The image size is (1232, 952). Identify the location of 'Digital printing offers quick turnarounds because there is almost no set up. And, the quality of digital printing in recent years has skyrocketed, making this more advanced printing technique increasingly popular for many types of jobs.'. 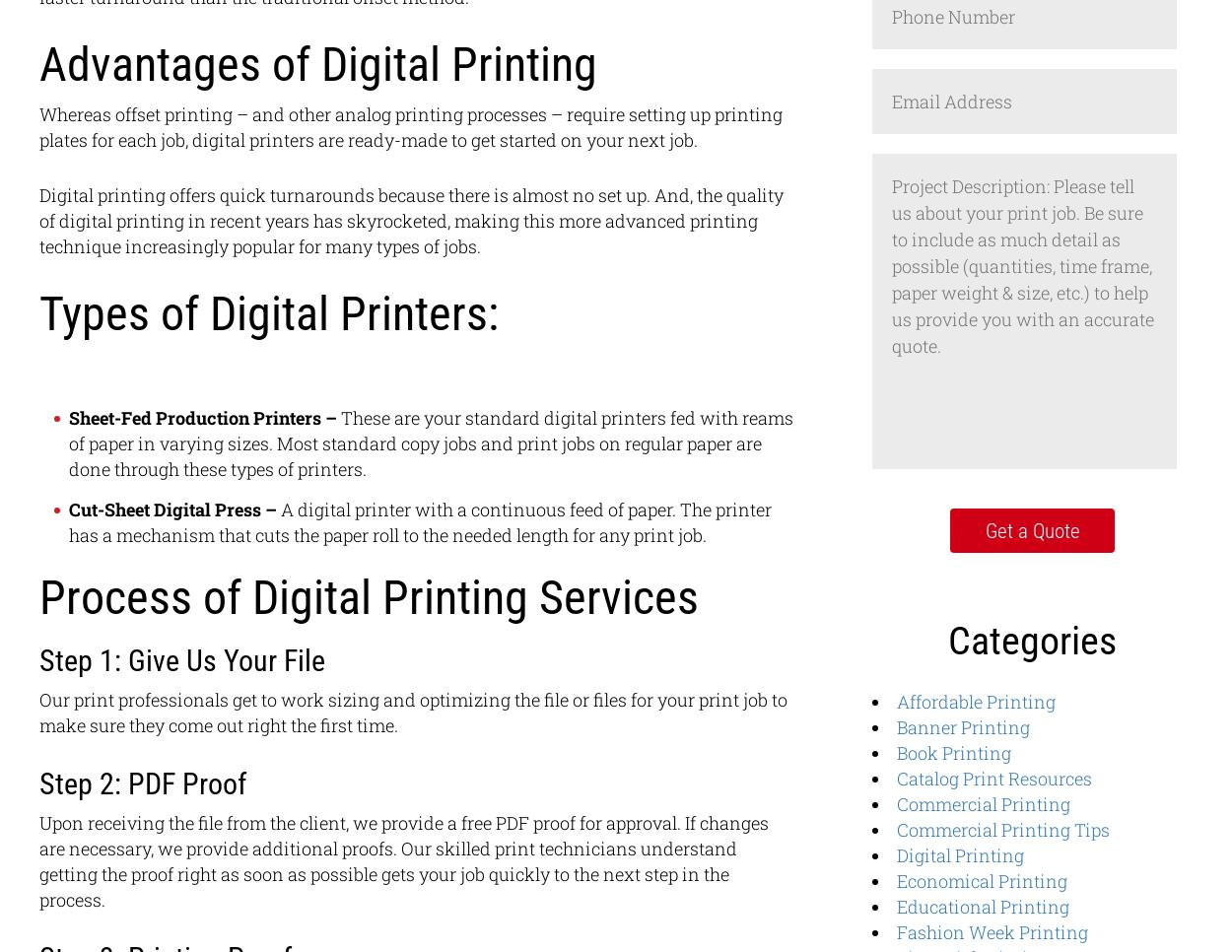
(411, 218).